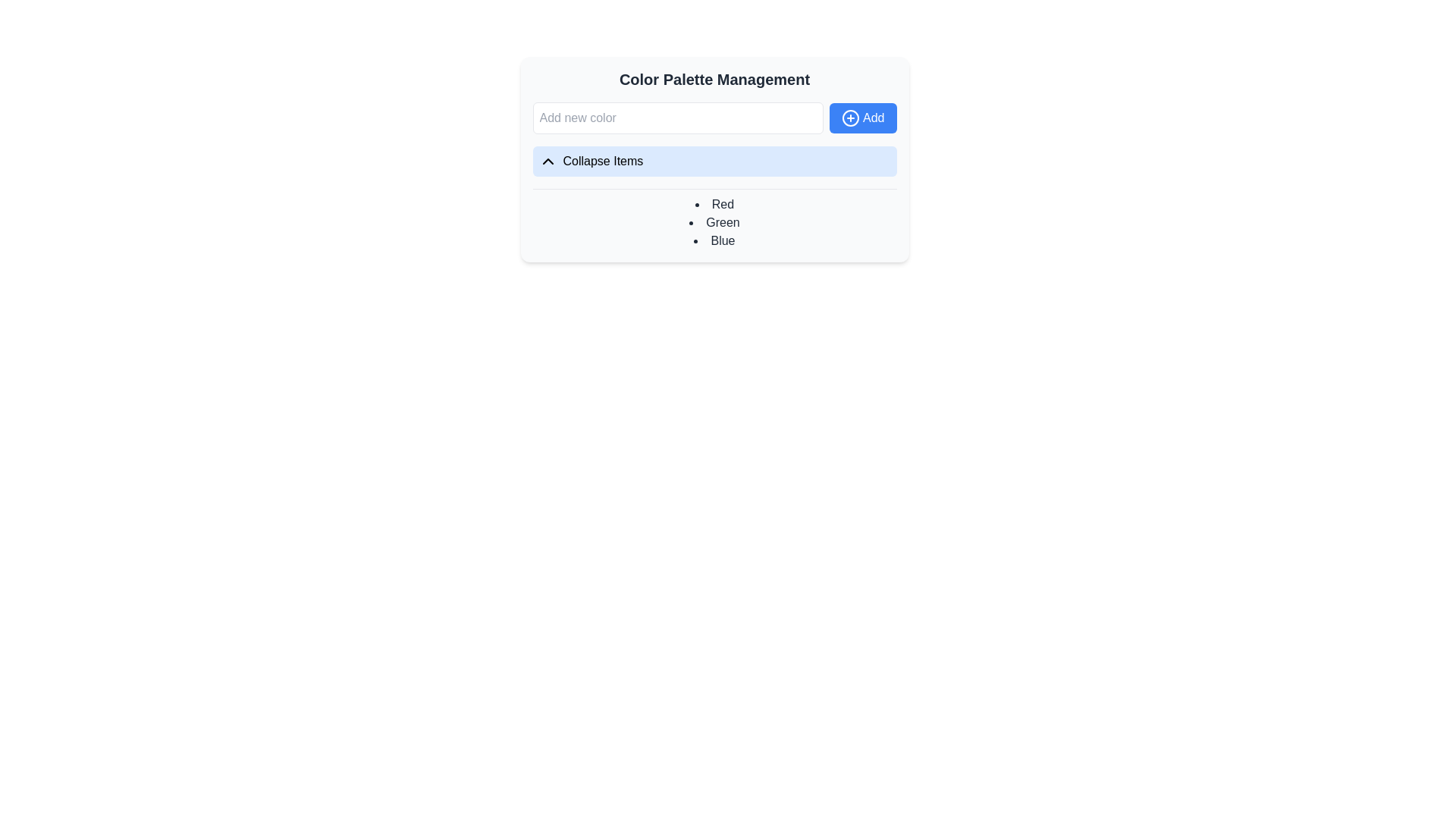 This screenshot has height=819, width=1456. What do you see at coordinates (714, 161) in the screenshot?
I see `the collapse button located below the 'Add' button and above the section displaying the items 'Red', 'Green', and 'Blue' within the 'Color Palette Management' card` at bounding box center [714, 161].